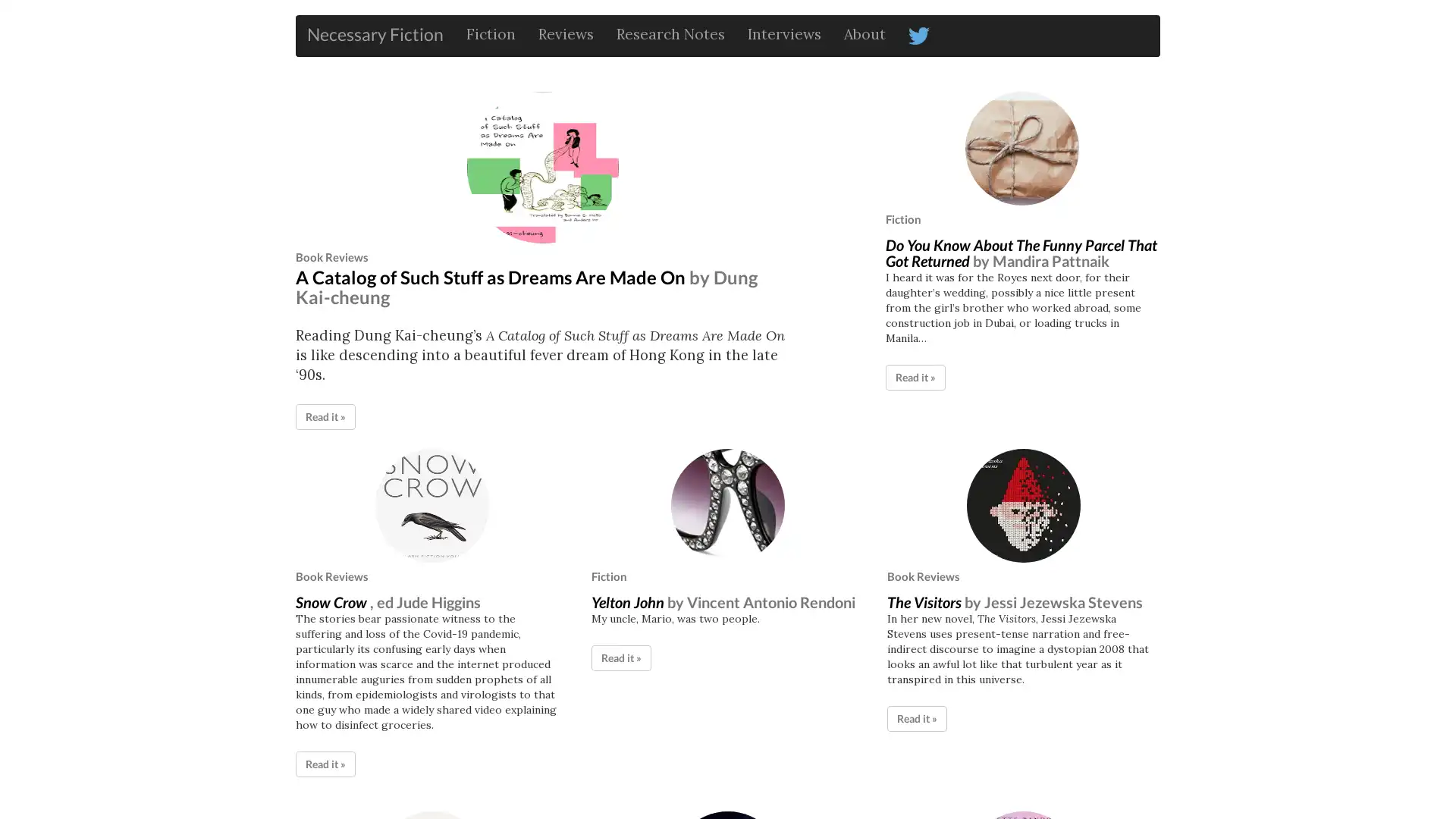  Describe the element at coordinates (914, 376) in the screenshot. I see `Read it` at that location.